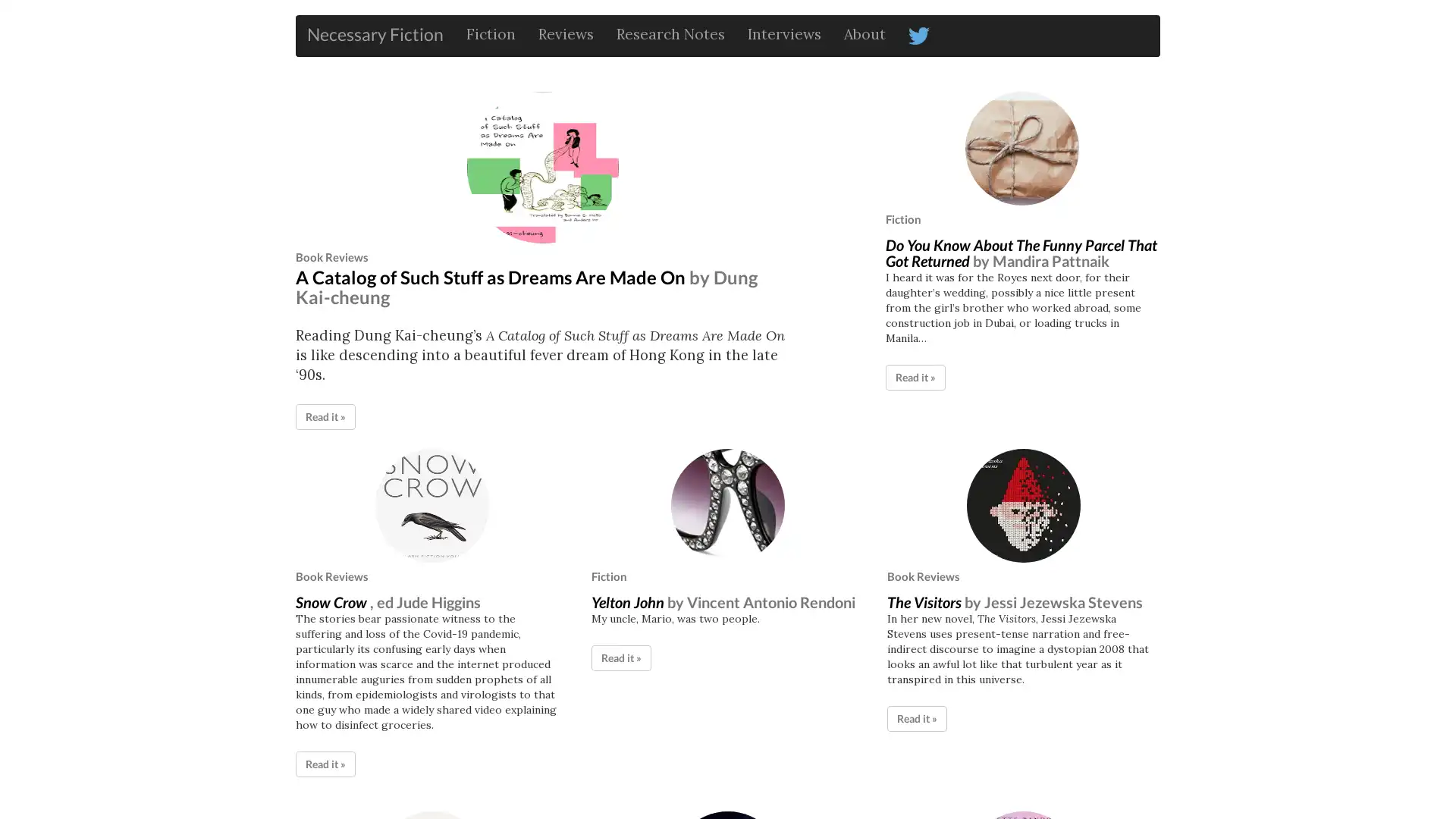  Describe the element at coordinates (914, 376) in the screenshot. I see `Read it` at that location.